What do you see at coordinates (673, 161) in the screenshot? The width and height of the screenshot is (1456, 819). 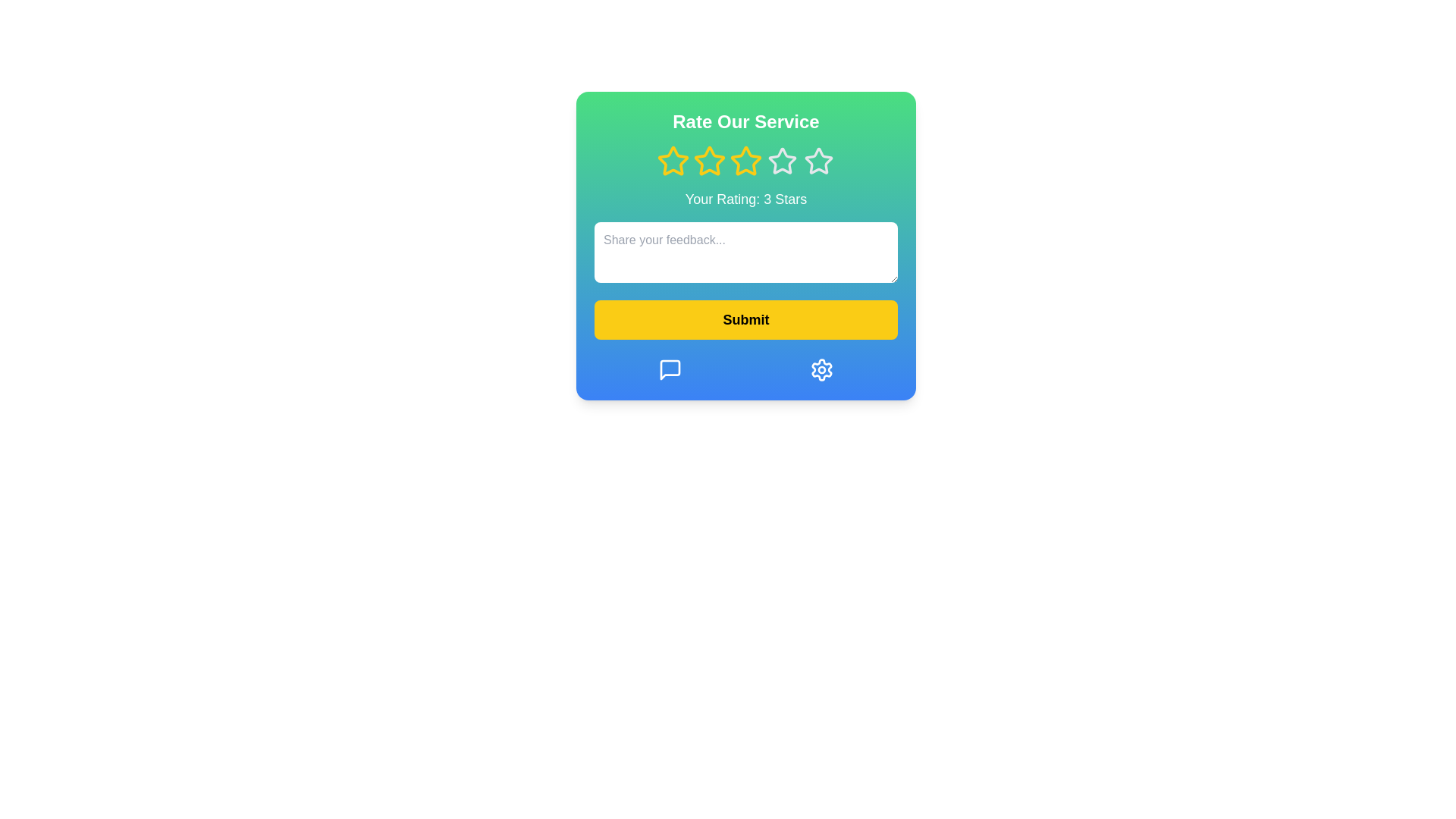 I see `the first star in the five-star rating system` at bounding box center [673, 161].